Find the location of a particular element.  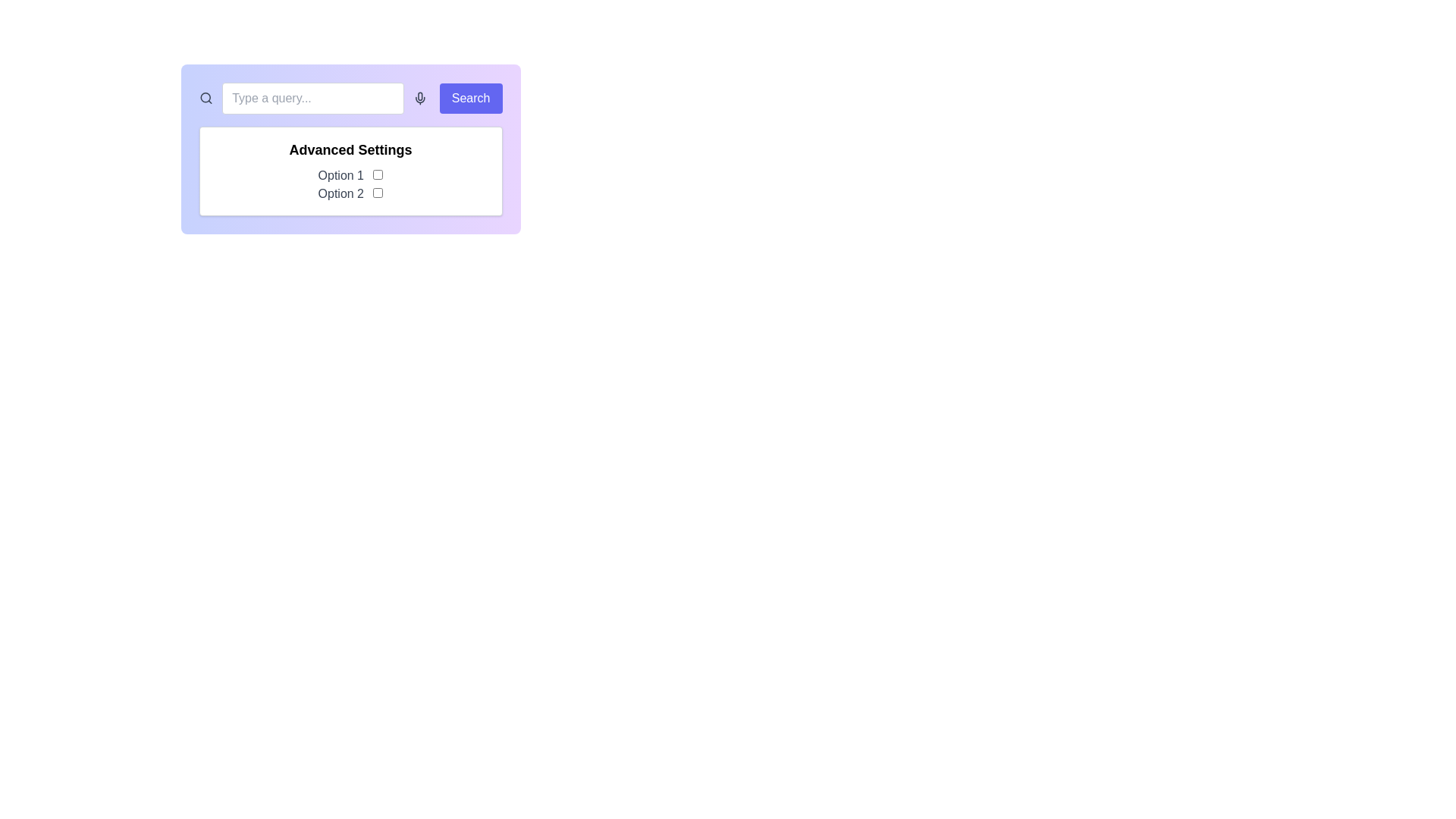

the checkbox labeled 'Option 2' located is located at coordinates (378, 192).